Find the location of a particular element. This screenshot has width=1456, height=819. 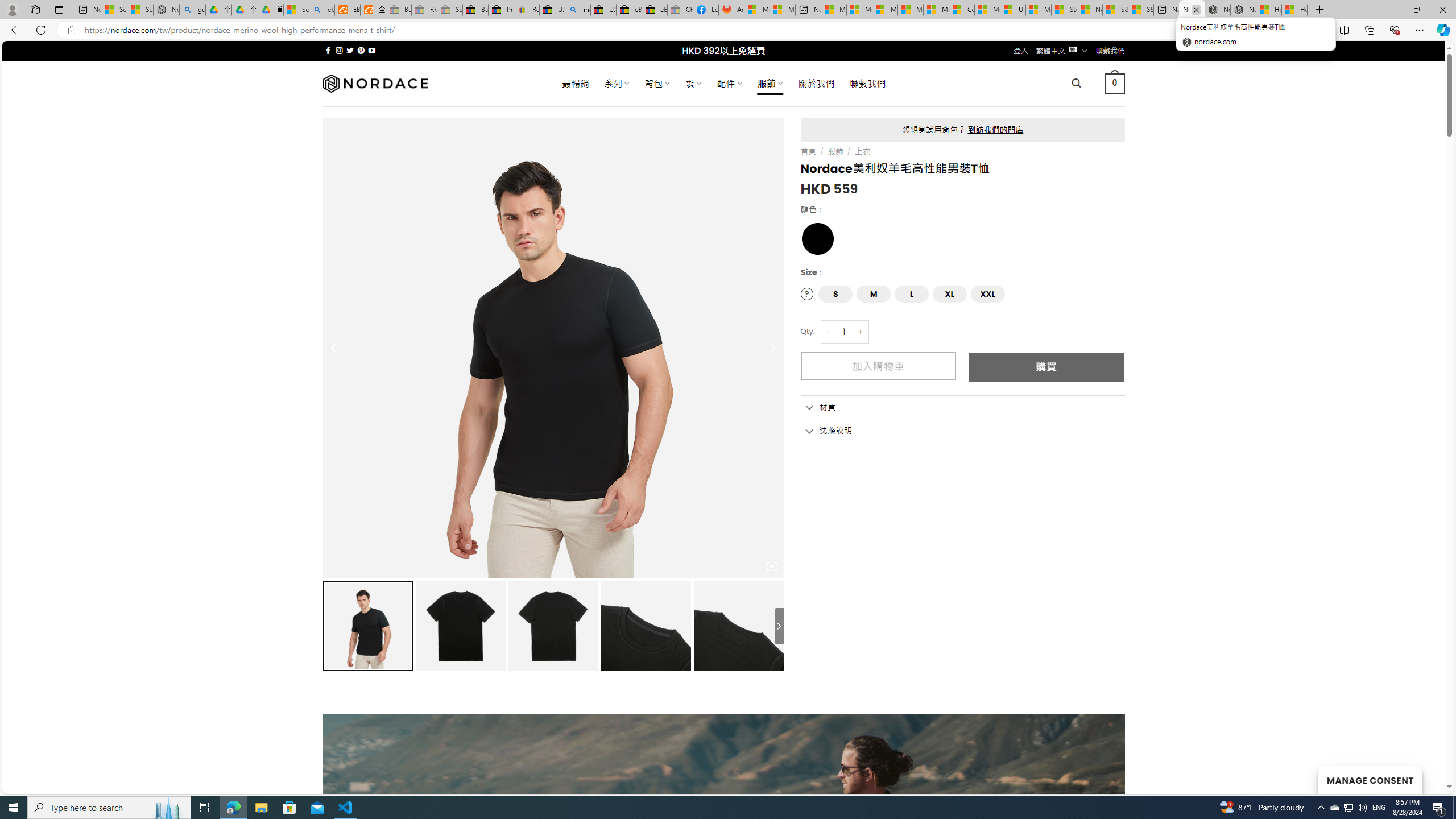

'?' is located at coordinates (806, 293).